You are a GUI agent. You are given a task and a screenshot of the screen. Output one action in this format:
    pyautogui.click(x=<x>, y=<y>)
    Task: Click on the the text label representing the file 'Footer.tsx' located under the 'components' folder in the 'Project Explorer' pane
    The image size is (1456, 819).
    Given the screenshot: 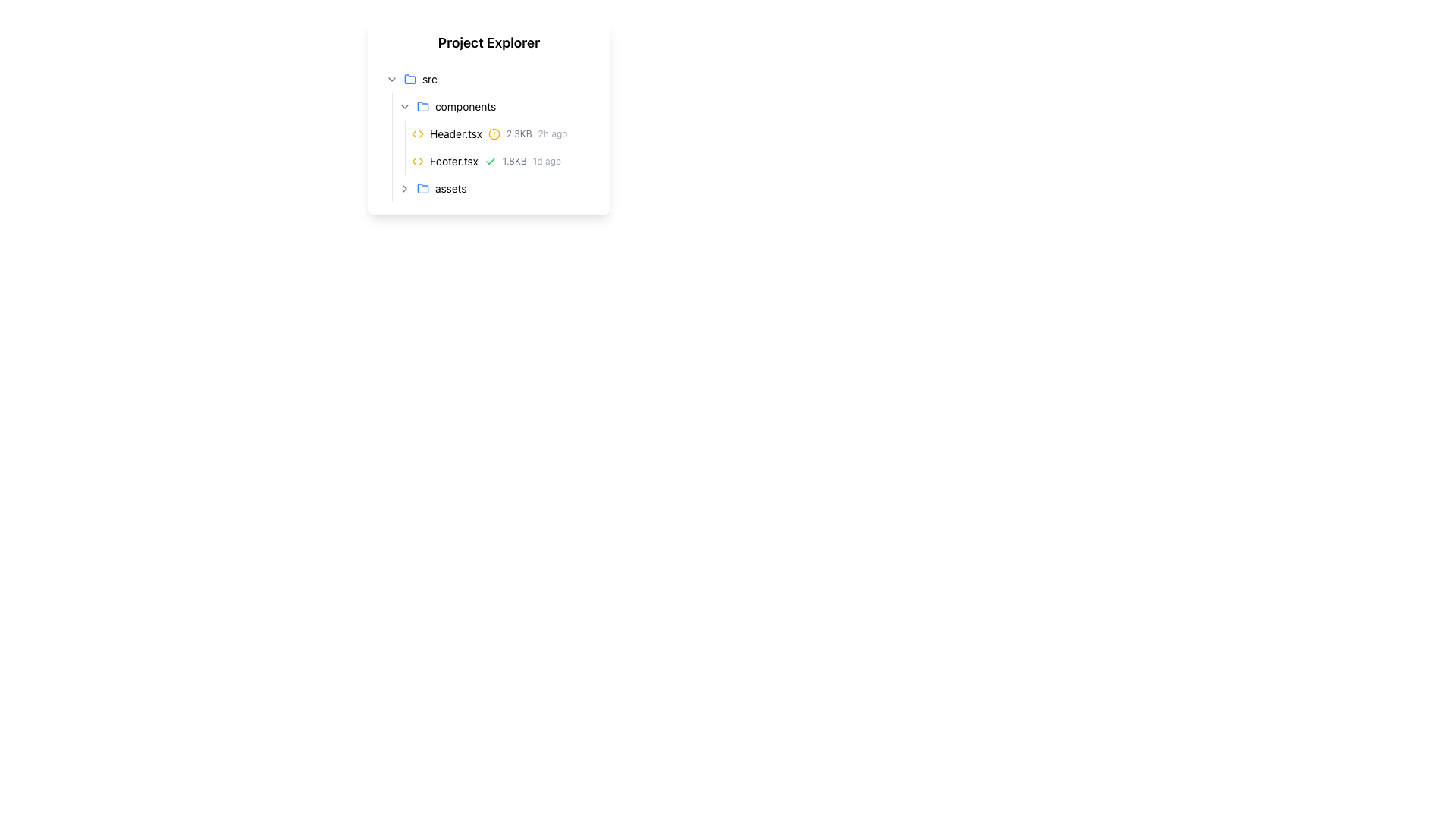 What is the action you would take?
    pyautogui.click(x=453, y=161)
    